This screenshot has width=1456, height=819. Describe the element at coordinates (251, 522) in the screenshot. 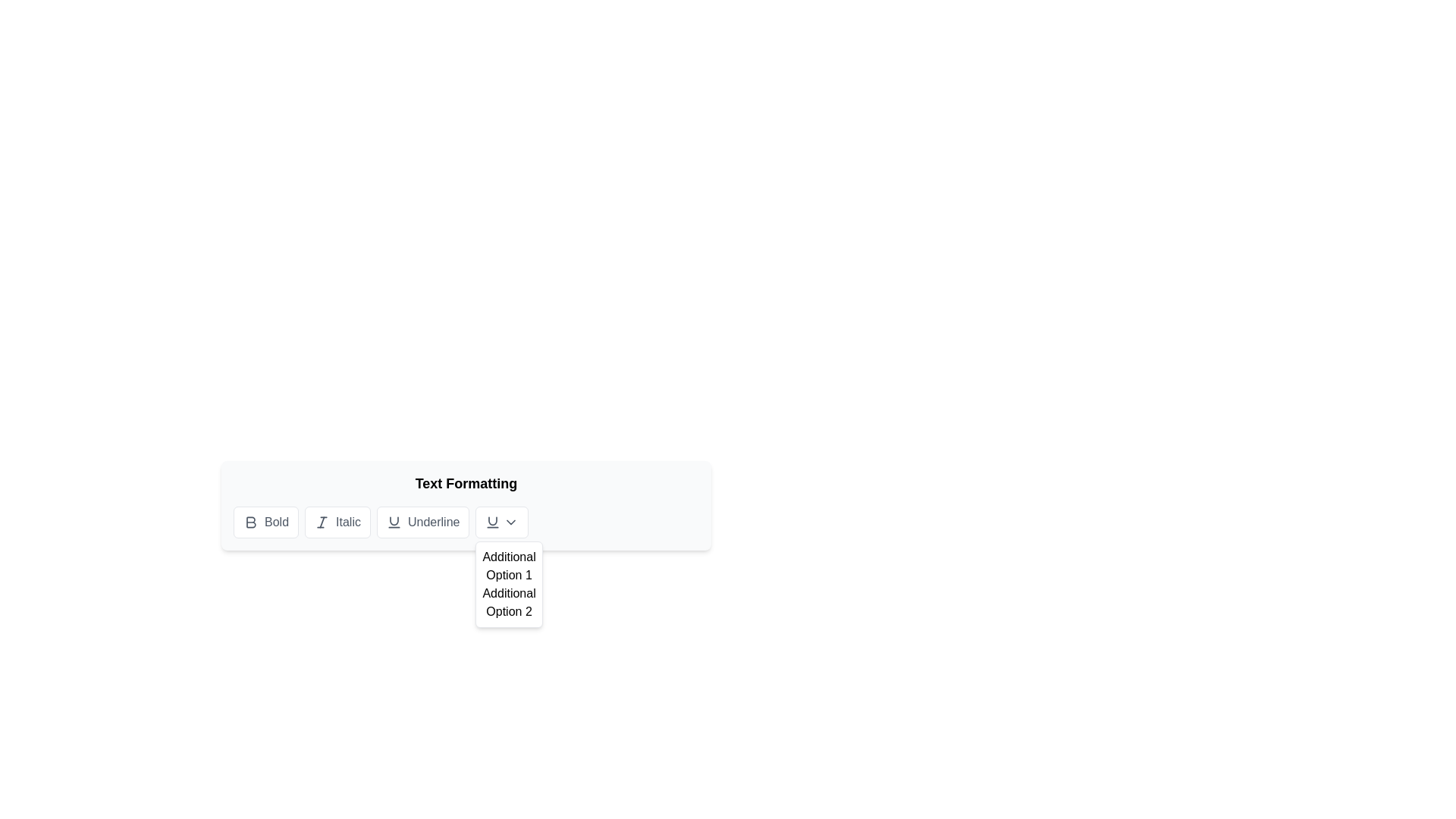

I see `the bold formatting icon located in the formatting toolbar` at that location.